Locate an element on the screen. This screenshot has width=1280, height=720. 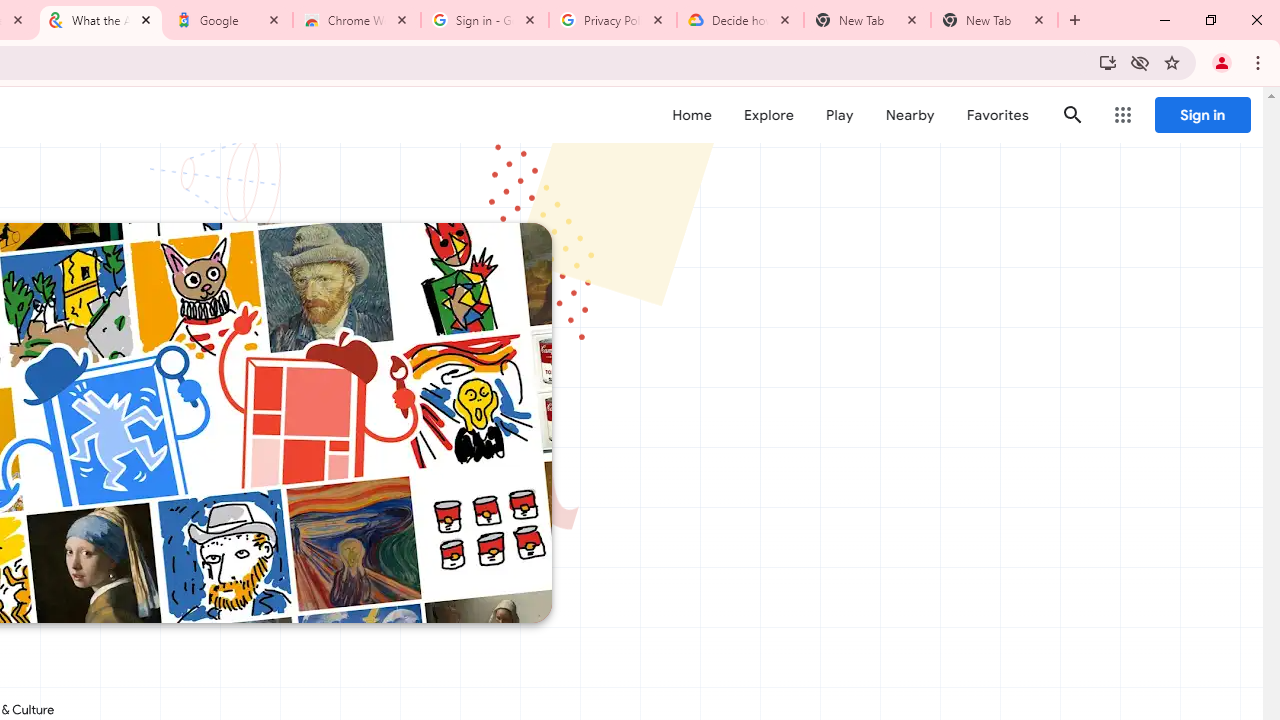
'Sign in - Google Accounts' is located at coordinates (485, 20).